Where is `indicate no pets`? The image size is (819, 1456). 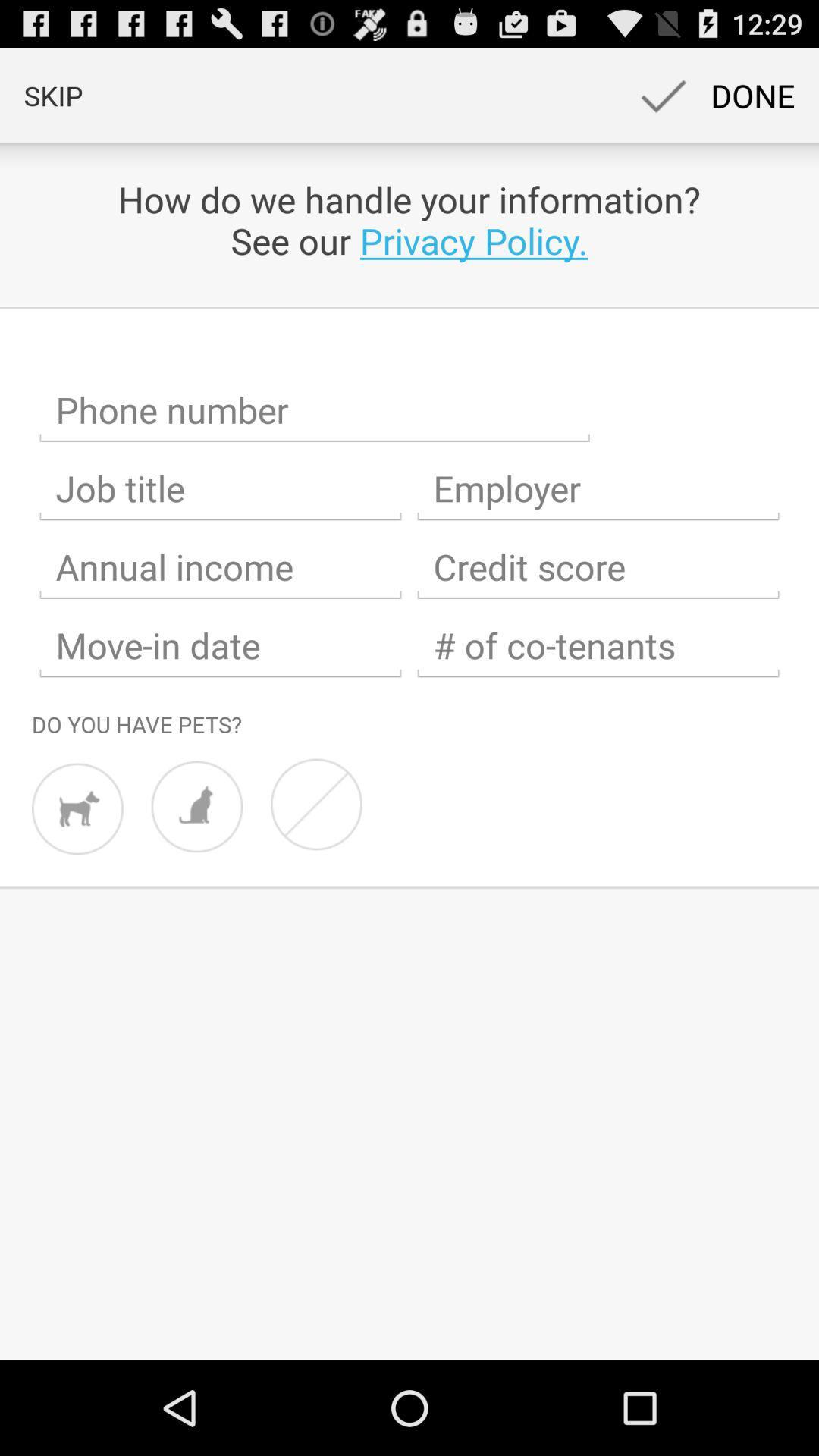 indicate no pets is located at coordinates (315, 803).